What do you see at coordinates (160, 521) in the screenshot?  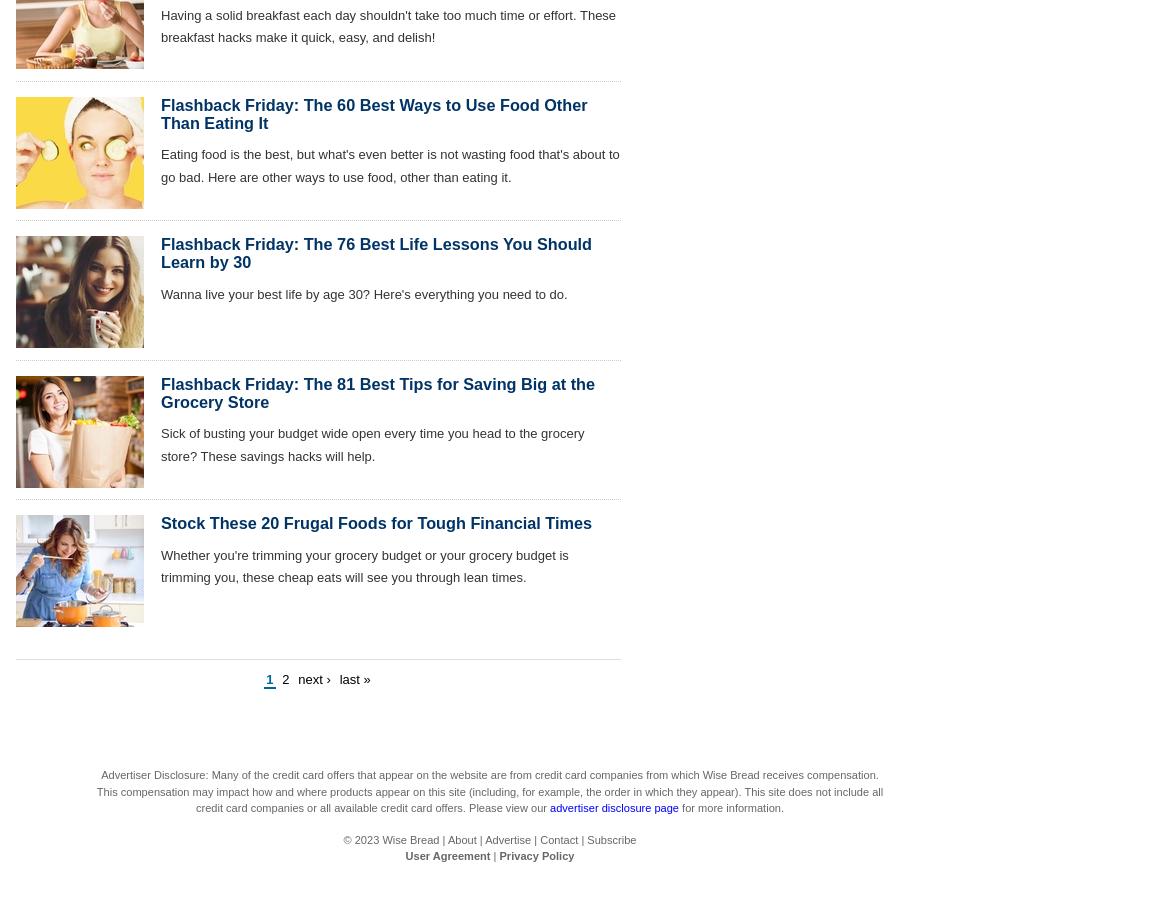 I see `'Stock These 20 Frugal Foods for Tough Financial Times'` at bounding box center [160, 521].